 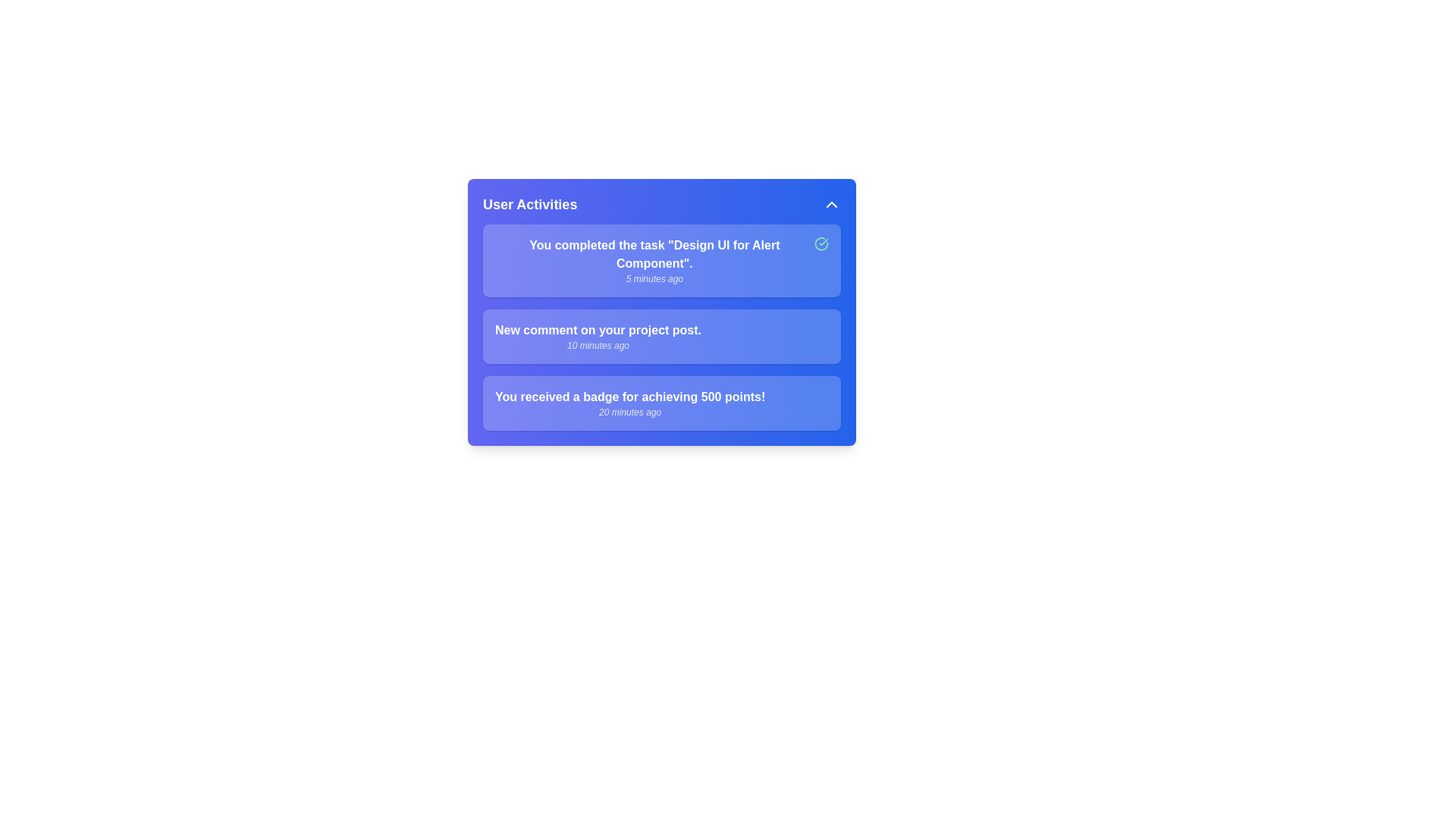 I want to click on the Notification card with a light blue background and a green checkmark icon, which is the first in the list of notifications under 'User Activities', so click(x=662, y=259).